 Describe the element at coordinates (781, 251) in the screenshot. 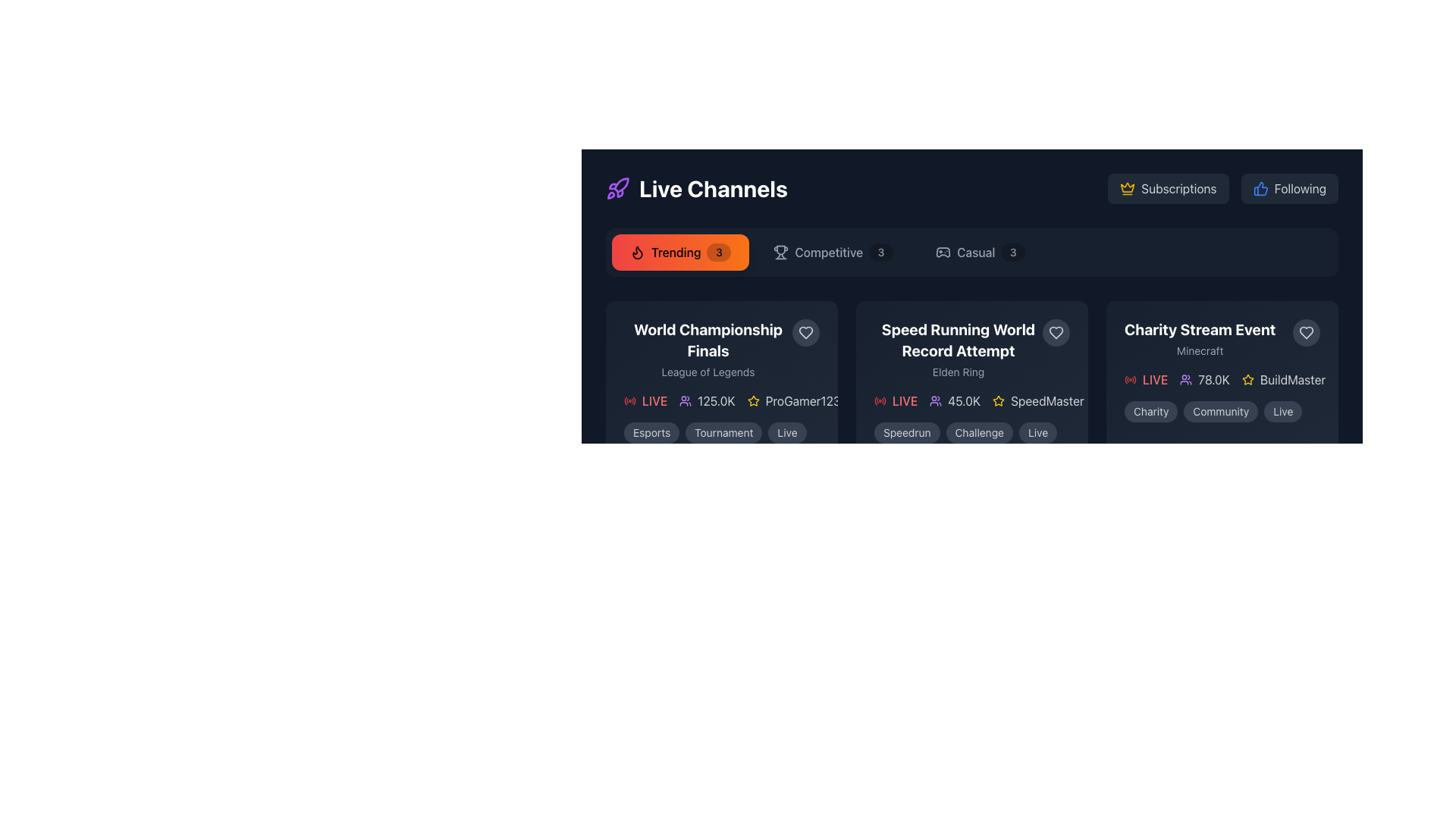

I see `the trophy icon representing the 'Competitive' category, which is located inside a button labeled 'Competitive' with a numeric badge '3'` at that location.